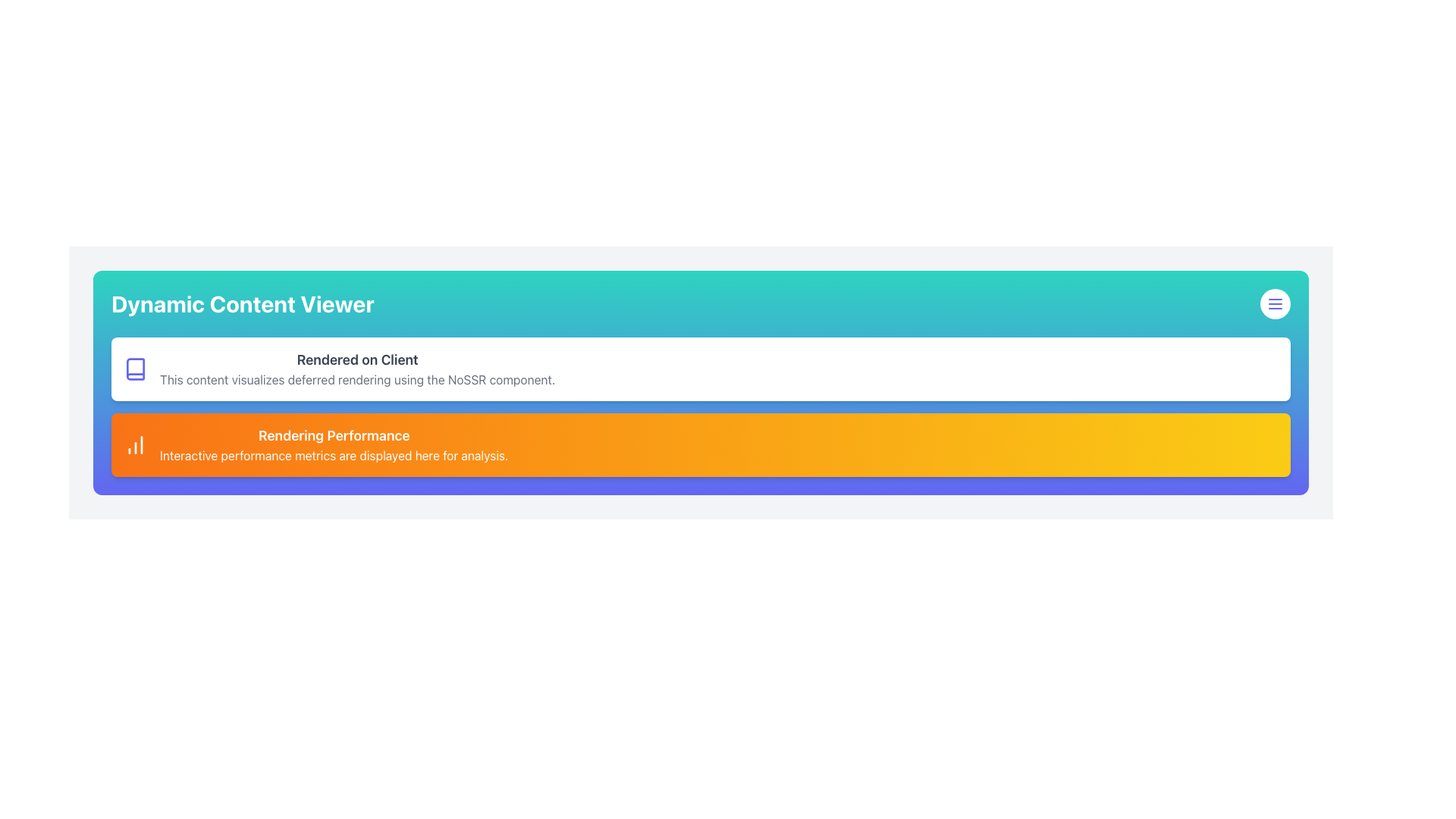 This screenshot has height=819, width=1456. What do you see at coordinates (135, 369) in the screenshot?
I see `the open book icon located near the top-left corner of the 'Rendered on Client' section` at bounding box center [135, 369].